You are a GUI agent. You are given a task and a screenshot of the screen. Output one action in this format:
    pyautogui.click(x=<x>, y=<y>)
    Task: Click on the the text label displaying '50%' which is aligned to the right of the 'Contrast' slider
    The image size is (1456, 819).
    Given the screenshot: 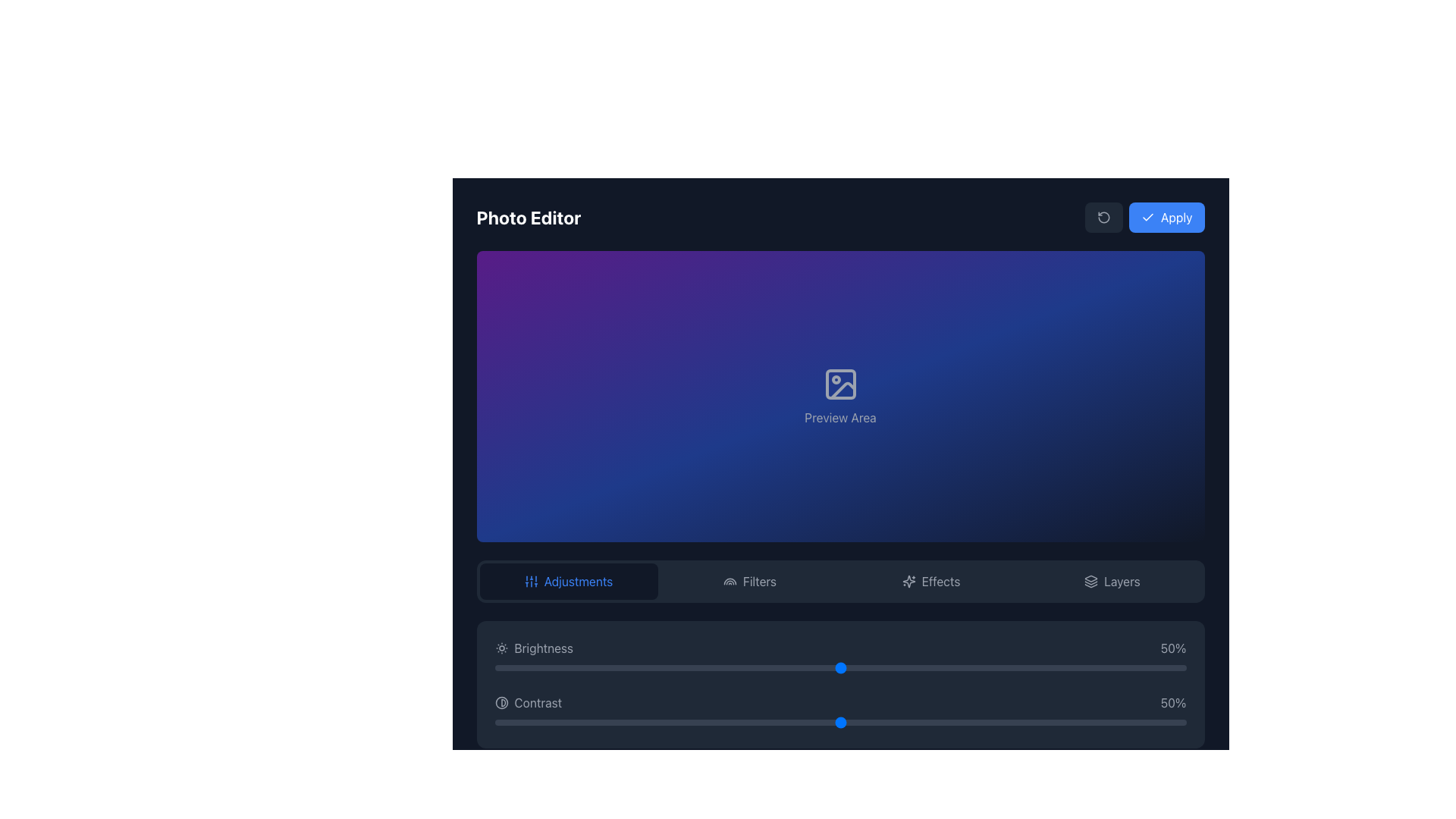 What is the action you would take?
    pyautogui.click(x=1172, y=702)
    